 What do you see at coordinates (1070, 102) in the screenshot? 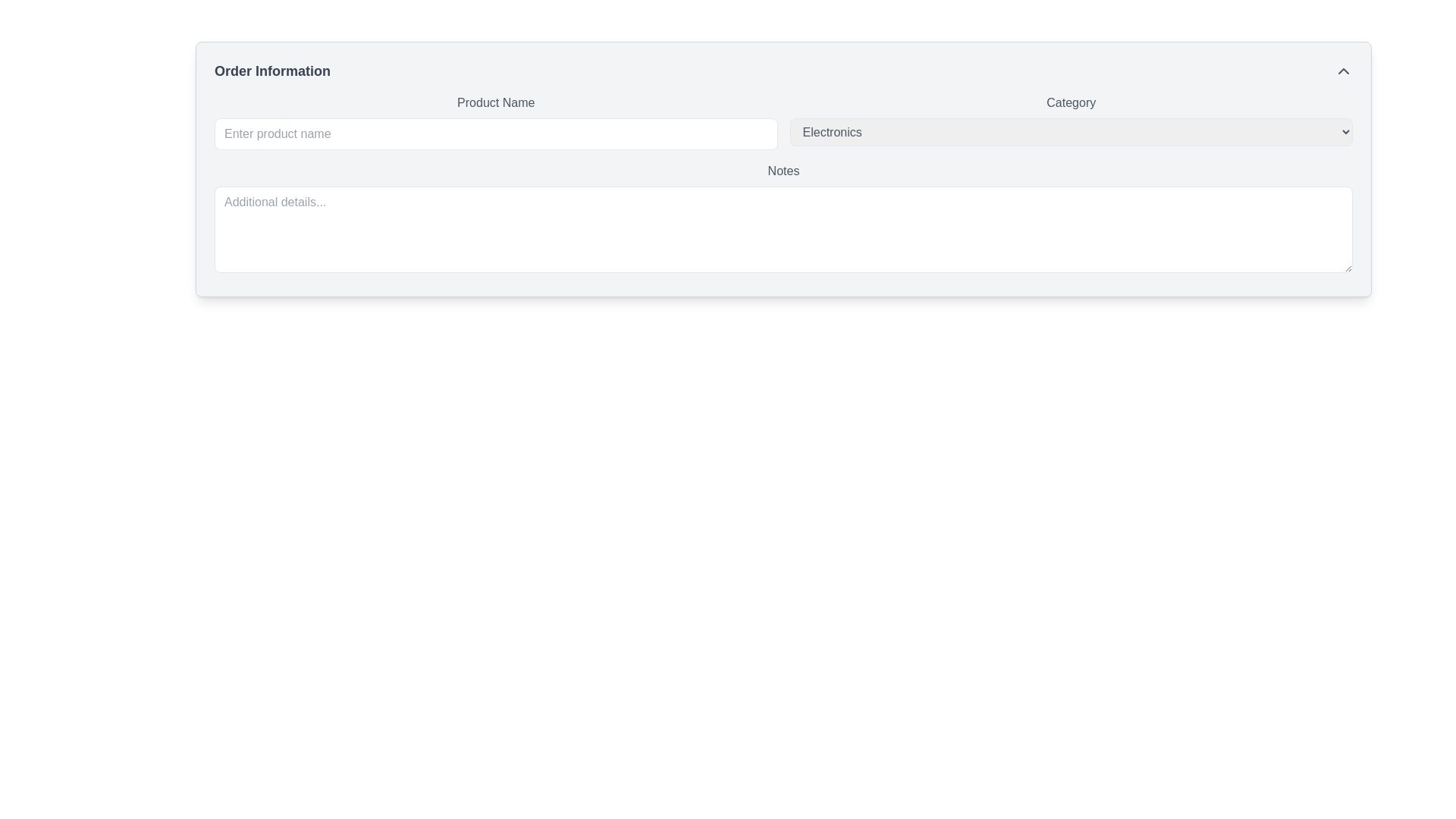
I see `the text label indicating the purpose of the adjacent dropdown for 'Electronics' in the 'Order Information' section` at bounding box center [1070, 102].